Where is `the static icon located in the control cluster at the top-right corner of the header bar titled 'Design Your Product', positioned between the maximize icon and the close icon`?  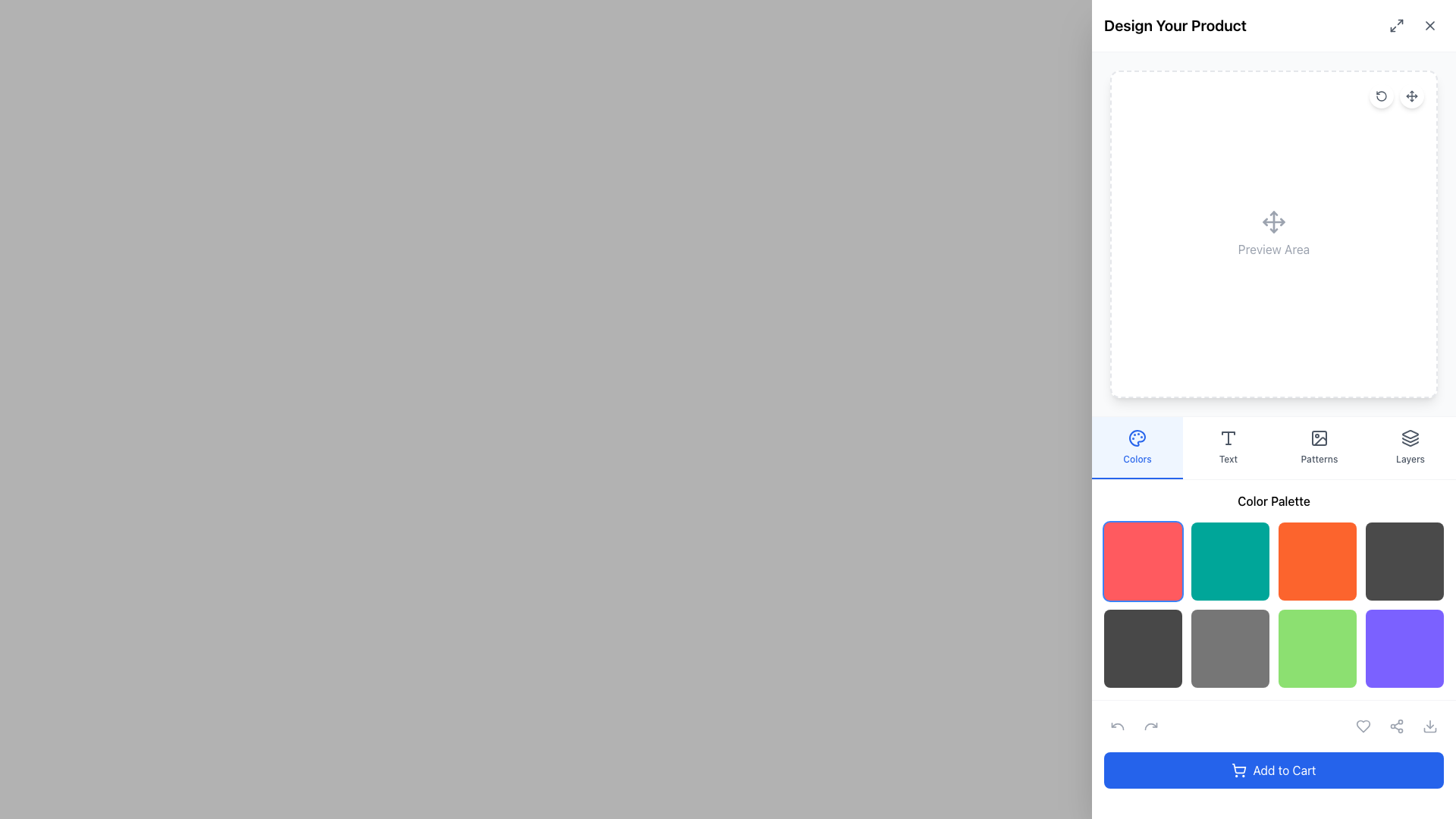 the static icon located in the control cluster at the top-right corner of the header bar titled 'Design Your Product', positioned between the maximize icon and the close icon is located at coordinates (1412, 26).